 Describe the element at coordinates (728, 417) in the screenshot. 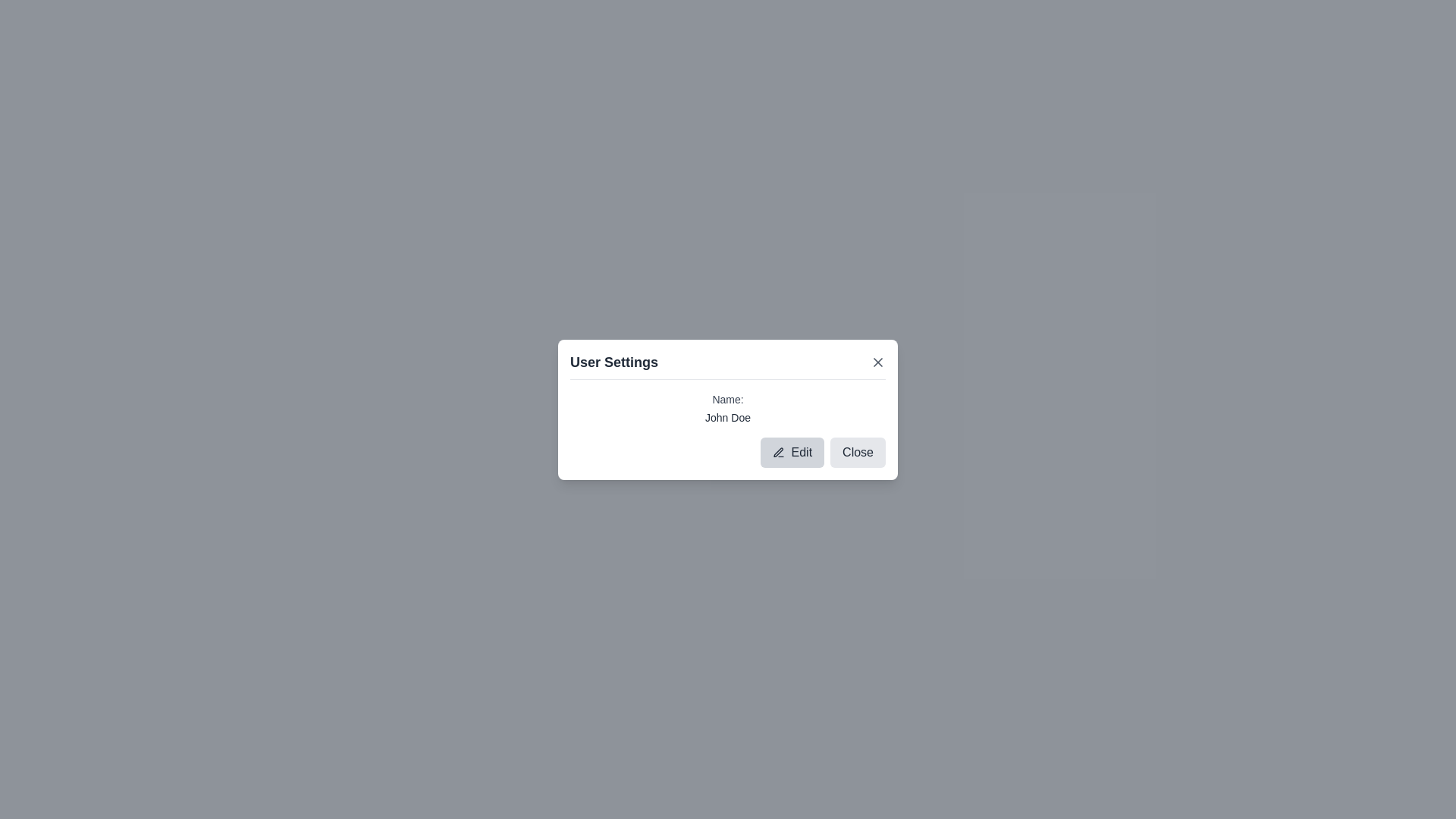

I see `the text display field showing the name 'John Doe' located below 'Name:' in the 'User Settings' modal` at that location.